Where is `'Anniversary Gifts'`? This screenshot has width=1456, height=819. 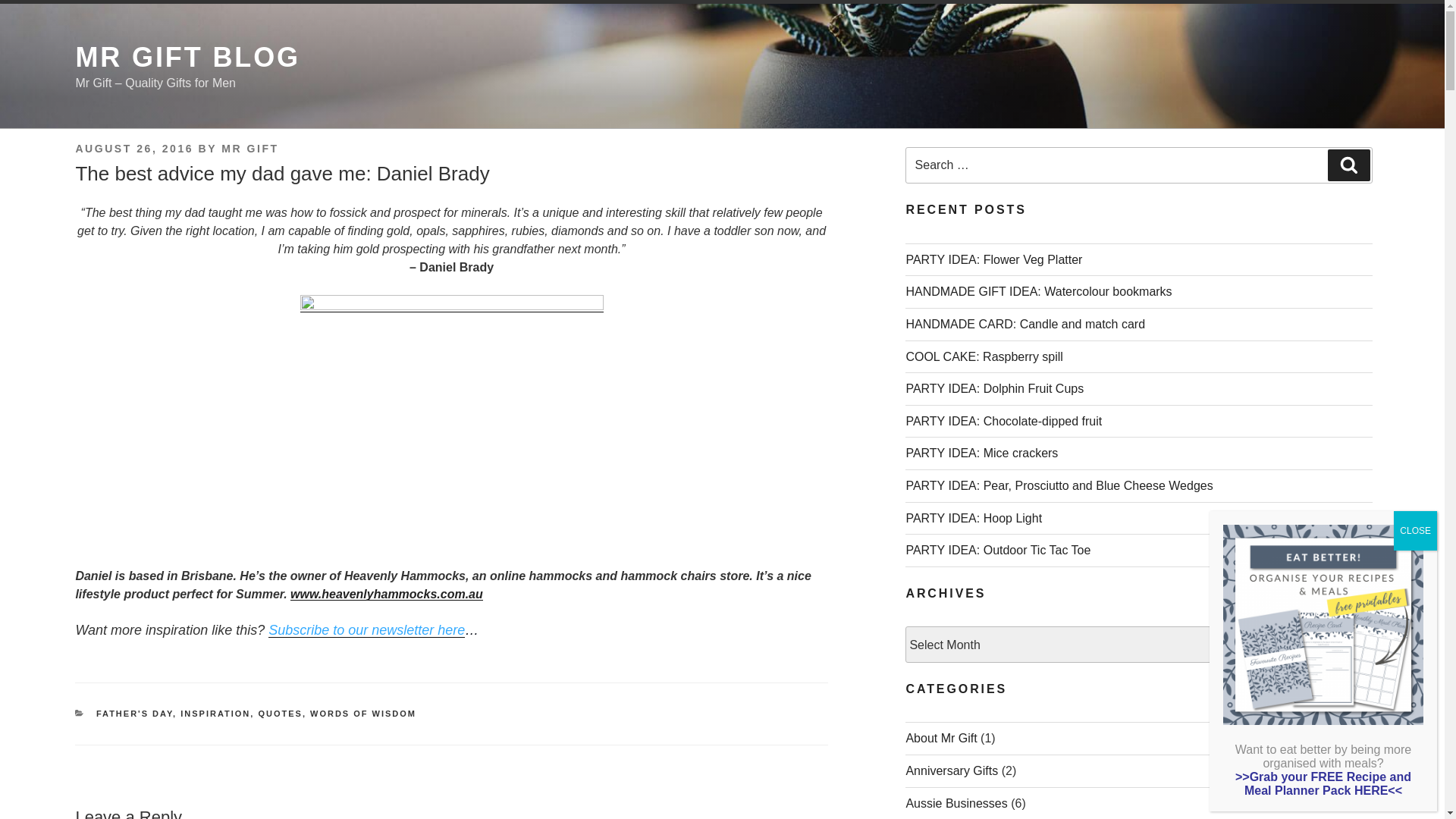
'Anniversary Gifts' is located at coordinates (905, 770).